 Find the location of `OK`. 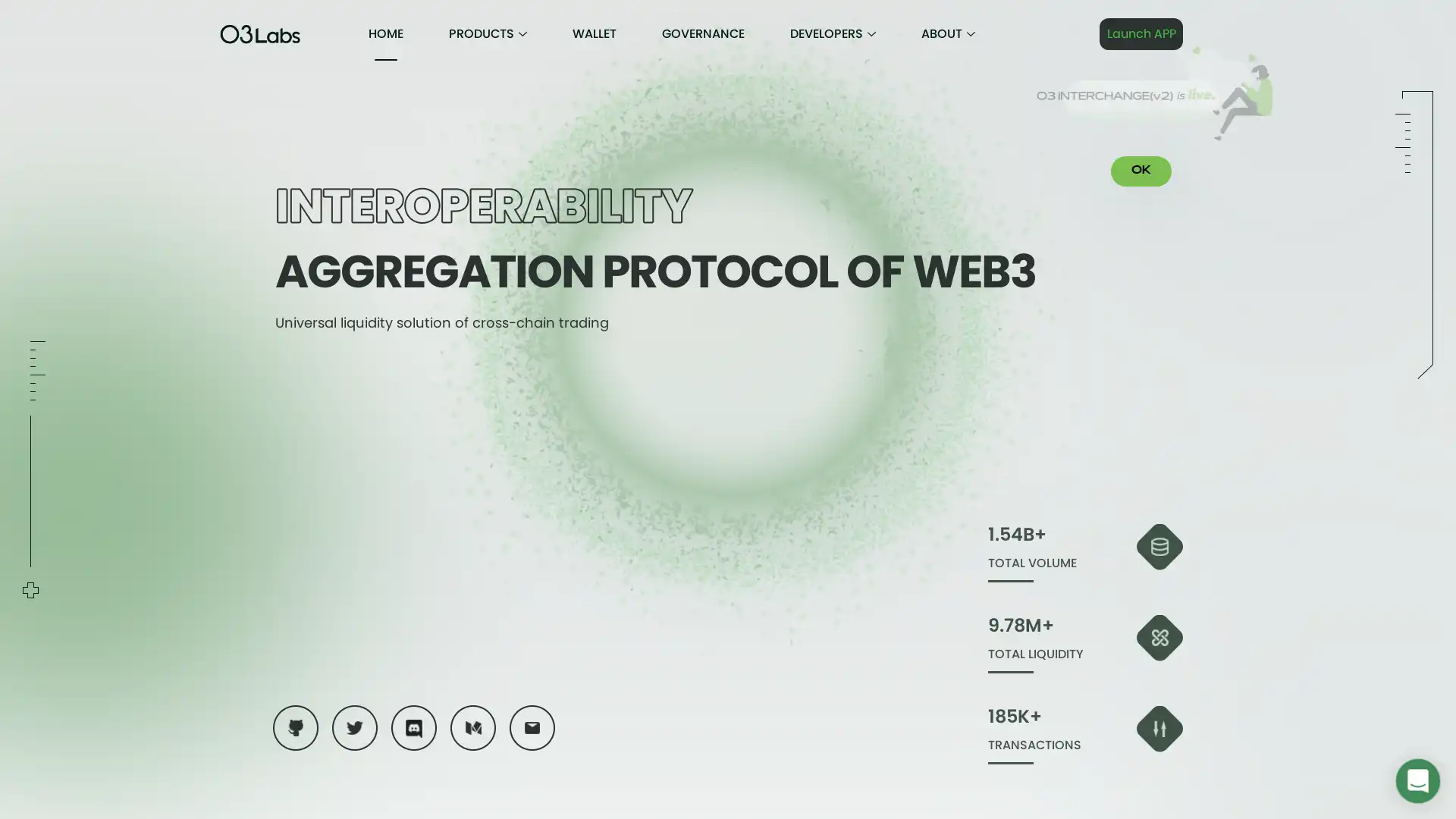

OK is located at coordinates (1141, 171).